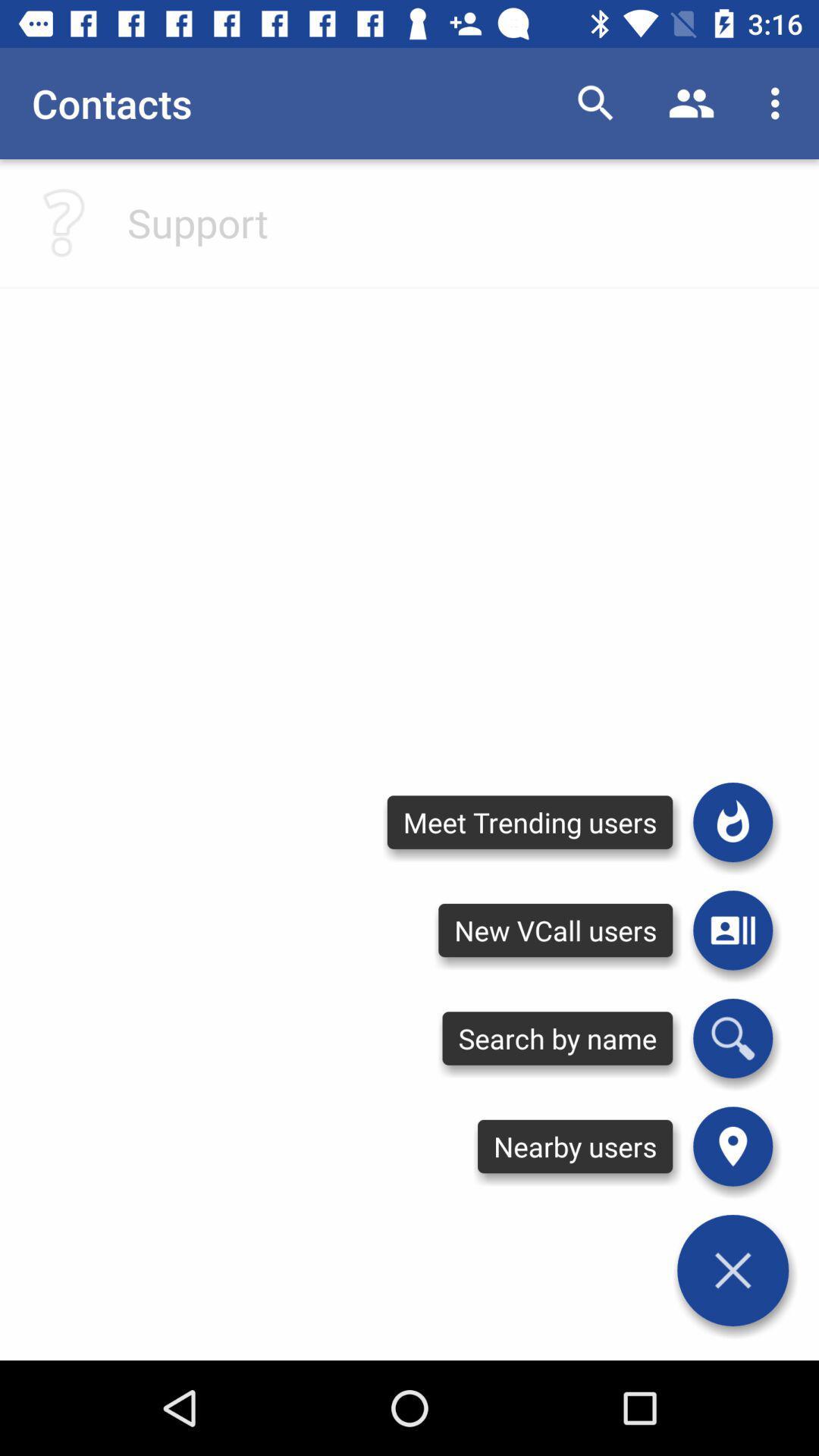  What do you see at coordinates (732, 1037) in the screenshot?
I see `icon to the right of new vcall users item` at bounding box center [732, 1037].